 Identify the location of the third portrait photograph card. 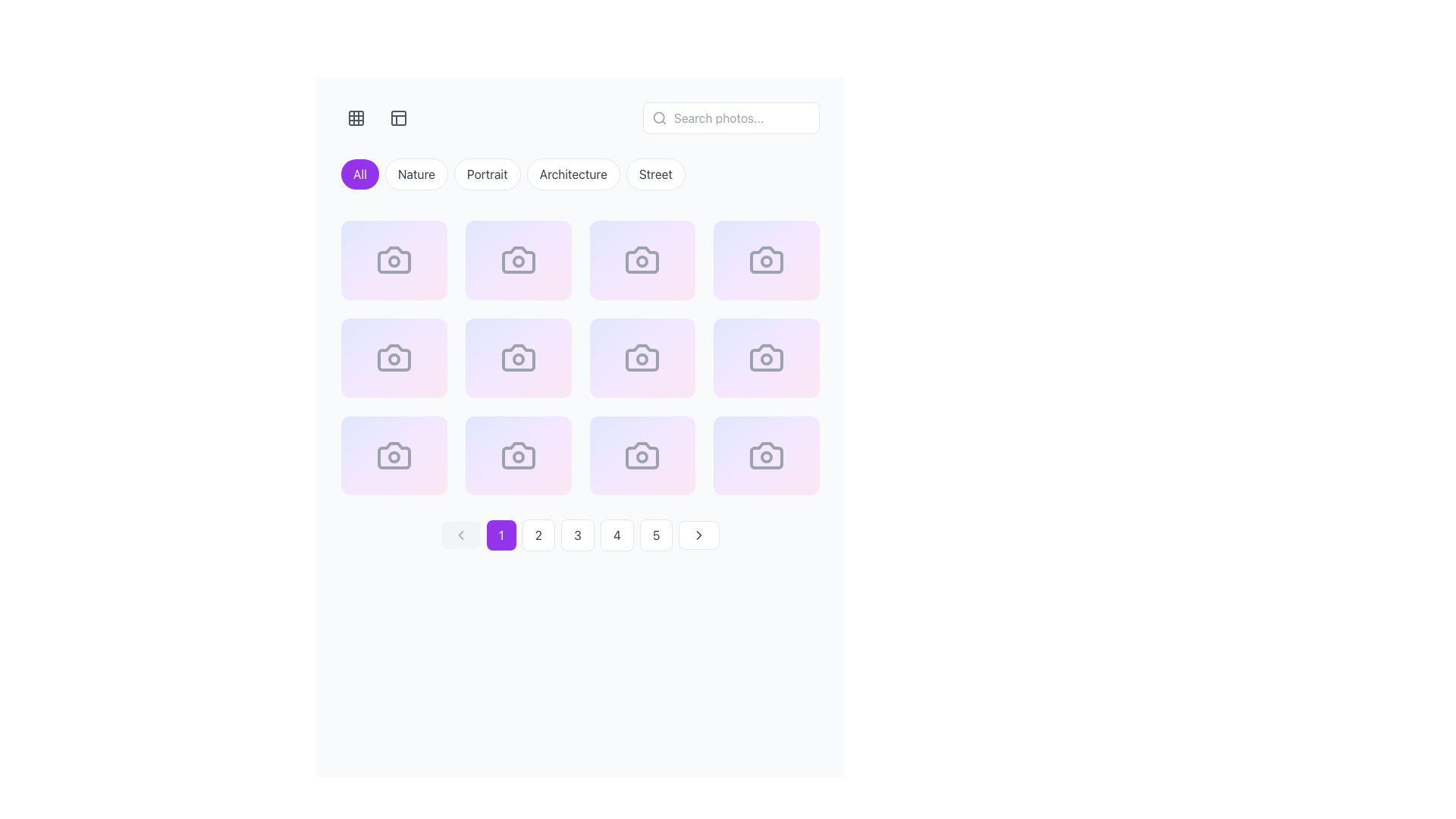
(642, 259).